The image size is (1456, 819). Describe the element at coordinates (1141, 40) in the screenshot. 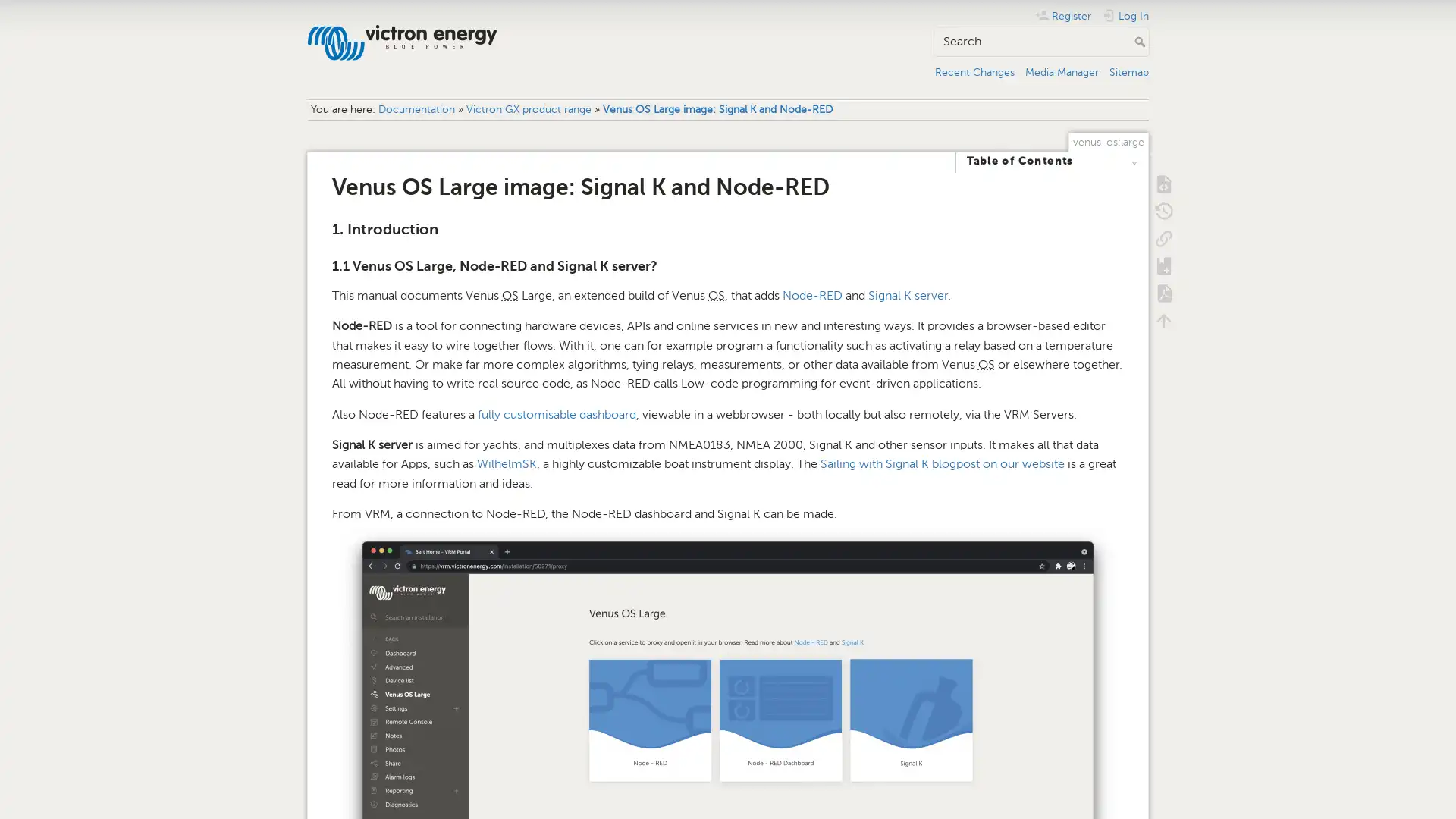

I see `Search` at that location.